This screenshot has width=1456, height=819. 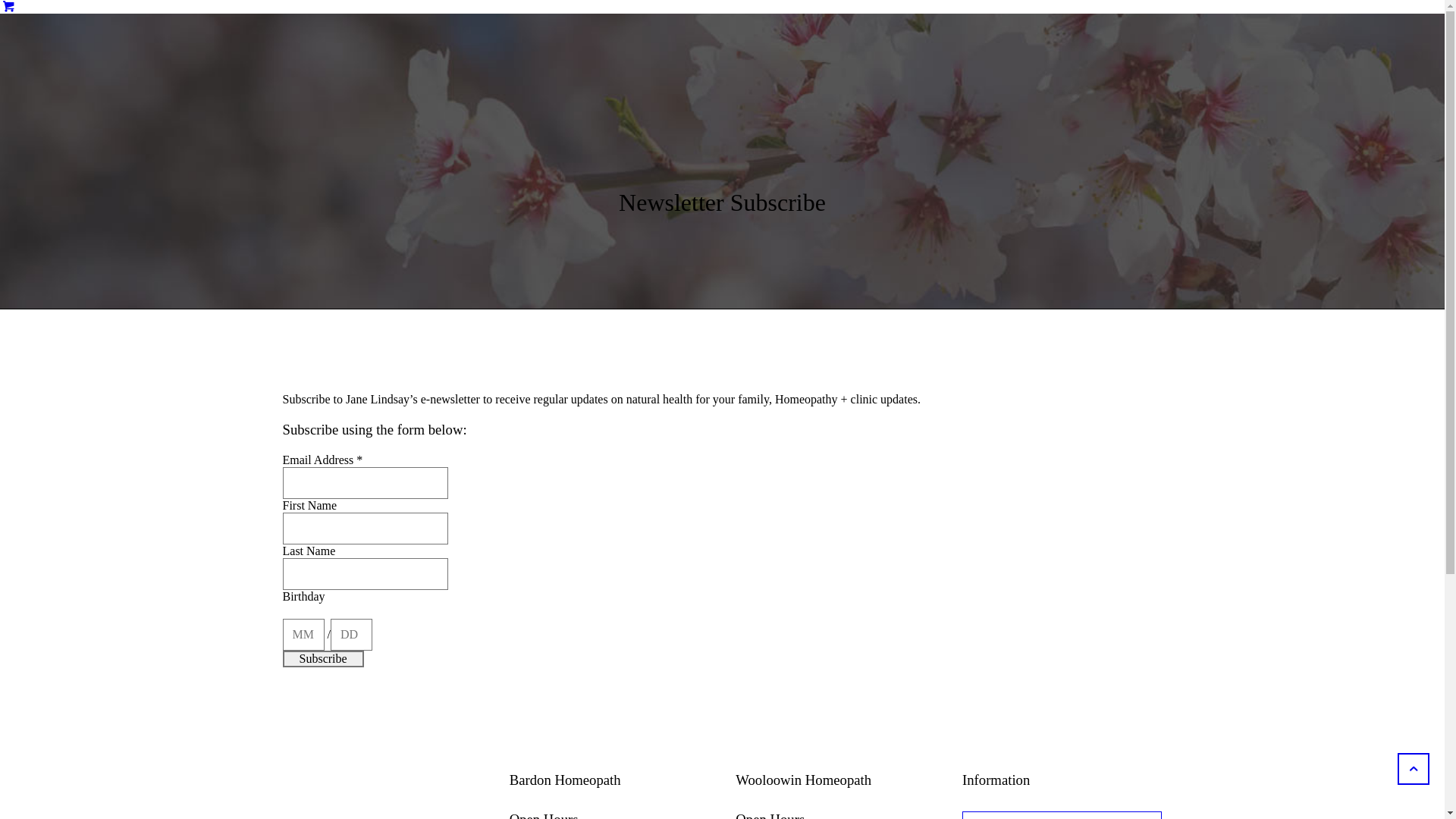 What do you see at coordinates (322, 657) in the screenshot?
I see `'Subscribe'` at bounding box center [322, 657].